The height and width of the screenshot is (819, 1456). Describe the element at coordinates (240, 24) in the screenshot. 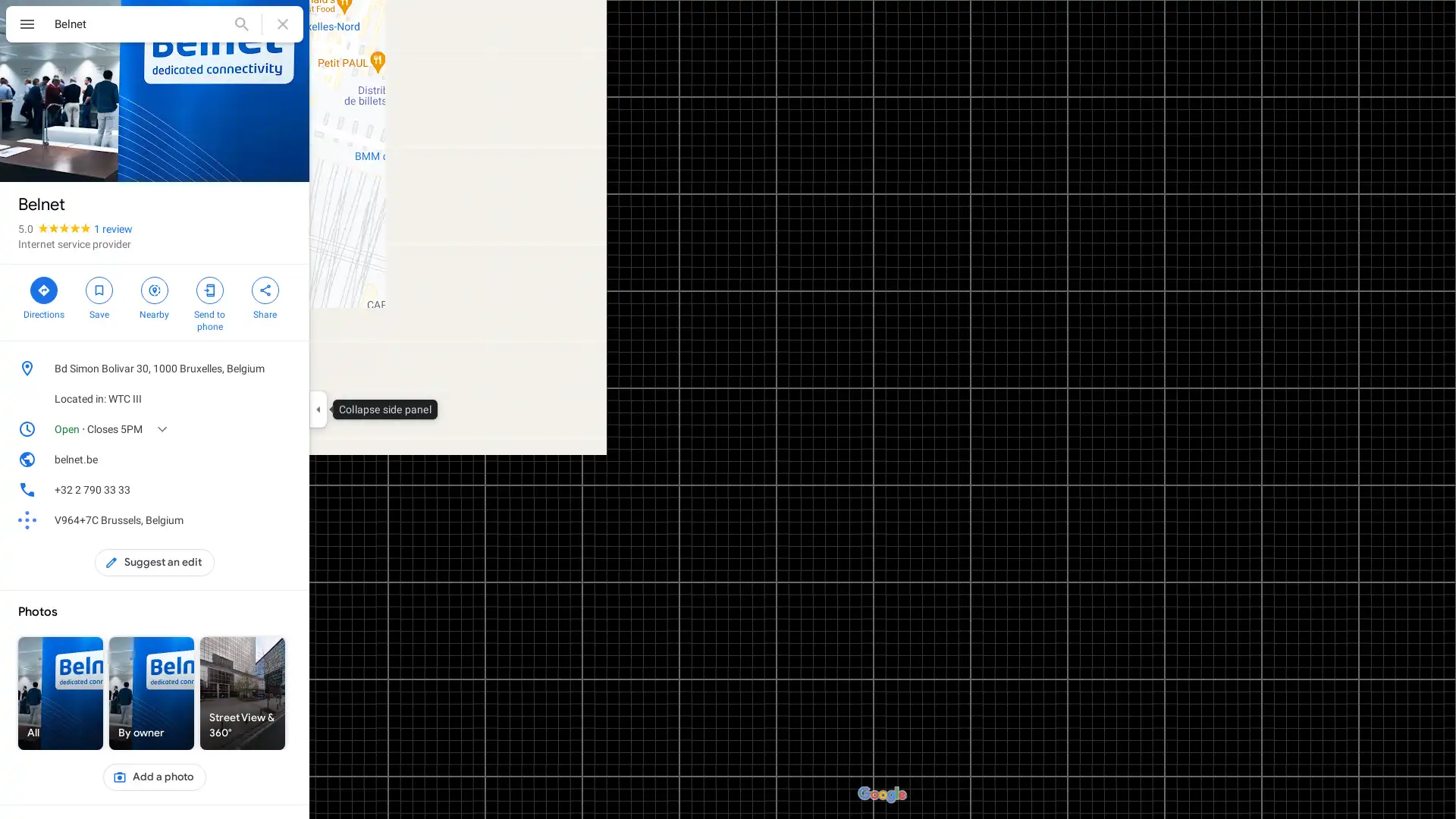

I see `Search` at that location.